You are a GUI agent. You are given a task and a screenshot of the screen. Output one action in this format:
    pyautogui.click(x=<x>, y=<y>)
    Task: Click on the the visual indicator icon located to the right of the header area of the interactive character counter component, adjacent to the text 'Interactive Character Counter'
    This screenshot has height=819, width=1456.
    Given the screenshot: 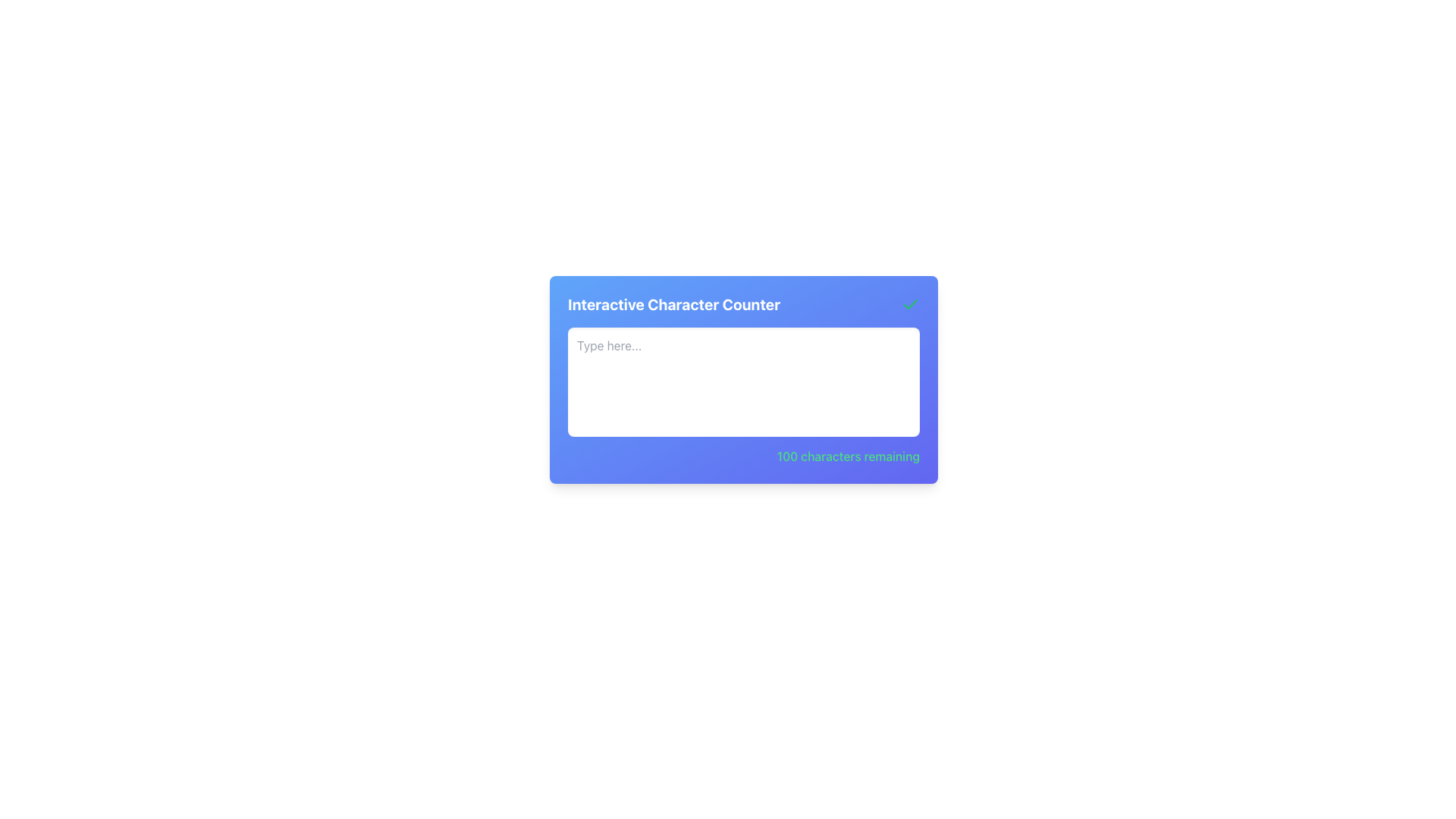 What is the action you would take?
    pyautogui.click(x=910, y=304)
    